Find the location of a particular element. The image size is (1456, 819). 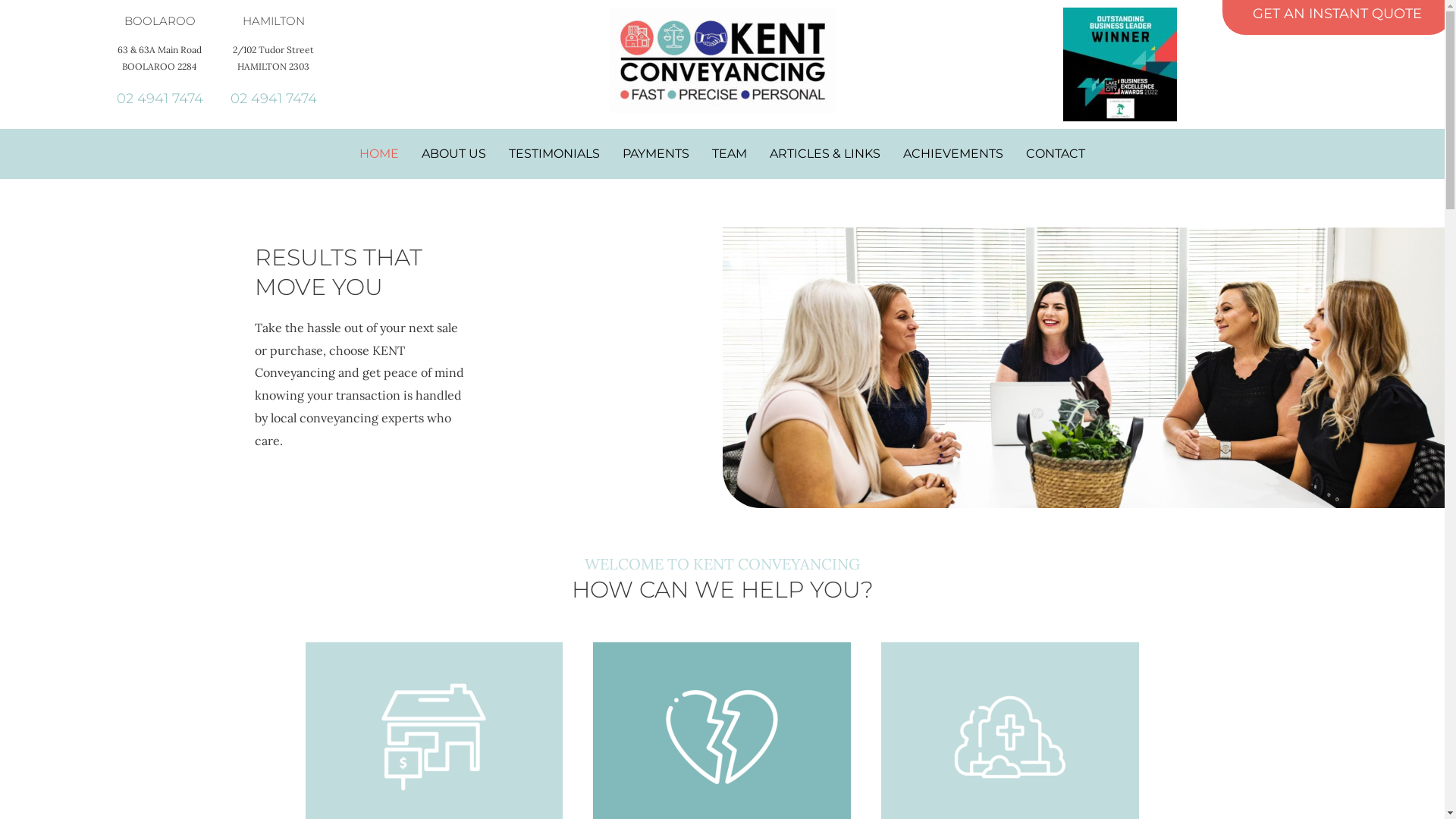

'TESTIMONIALS' is located at coordinates (553, 154).